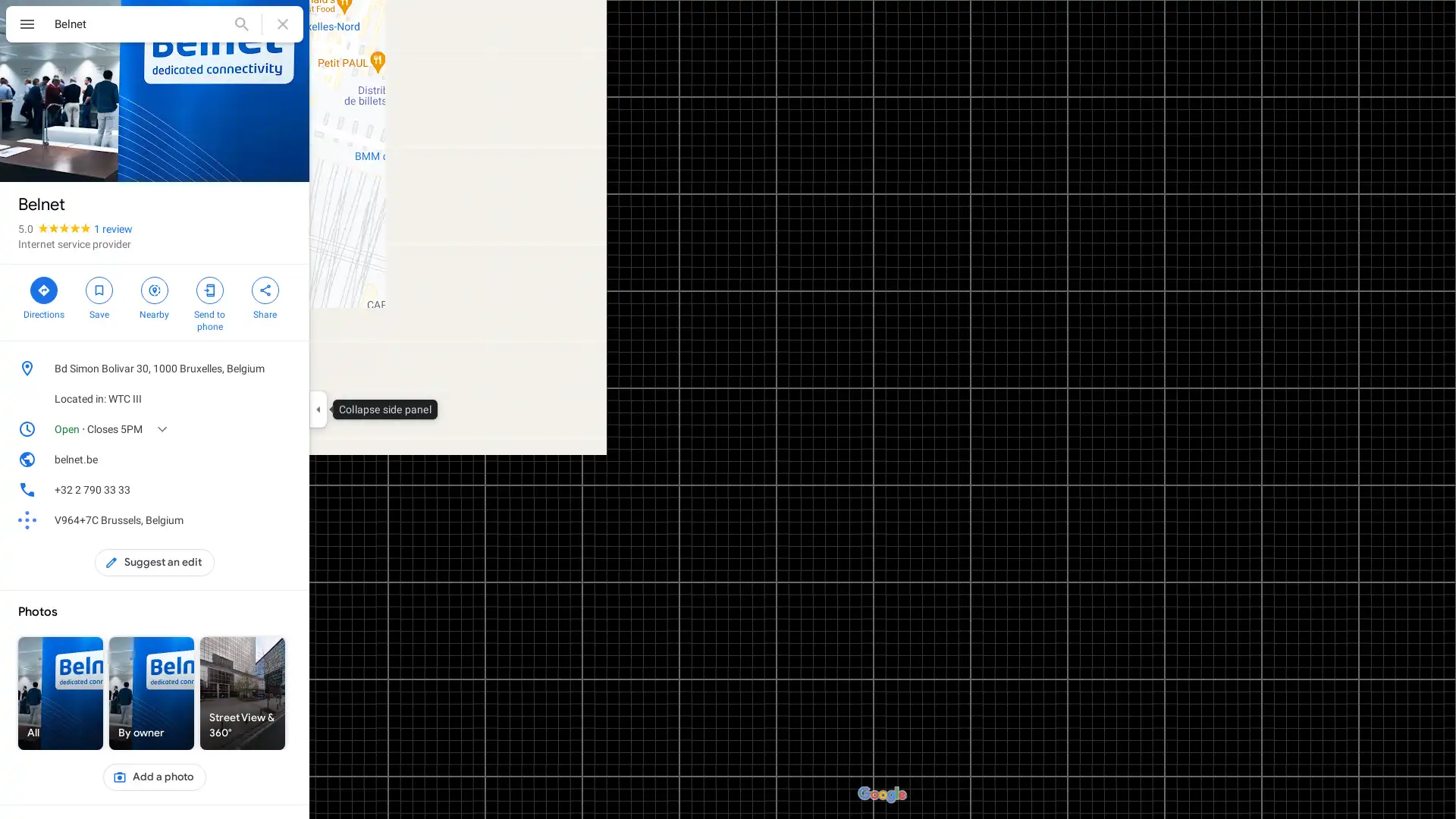 The image size is (1456, 819). What do you see at coordinates (284, 489) in the screenshot?
I see `Call phone number` at bounding box center [284, 489].